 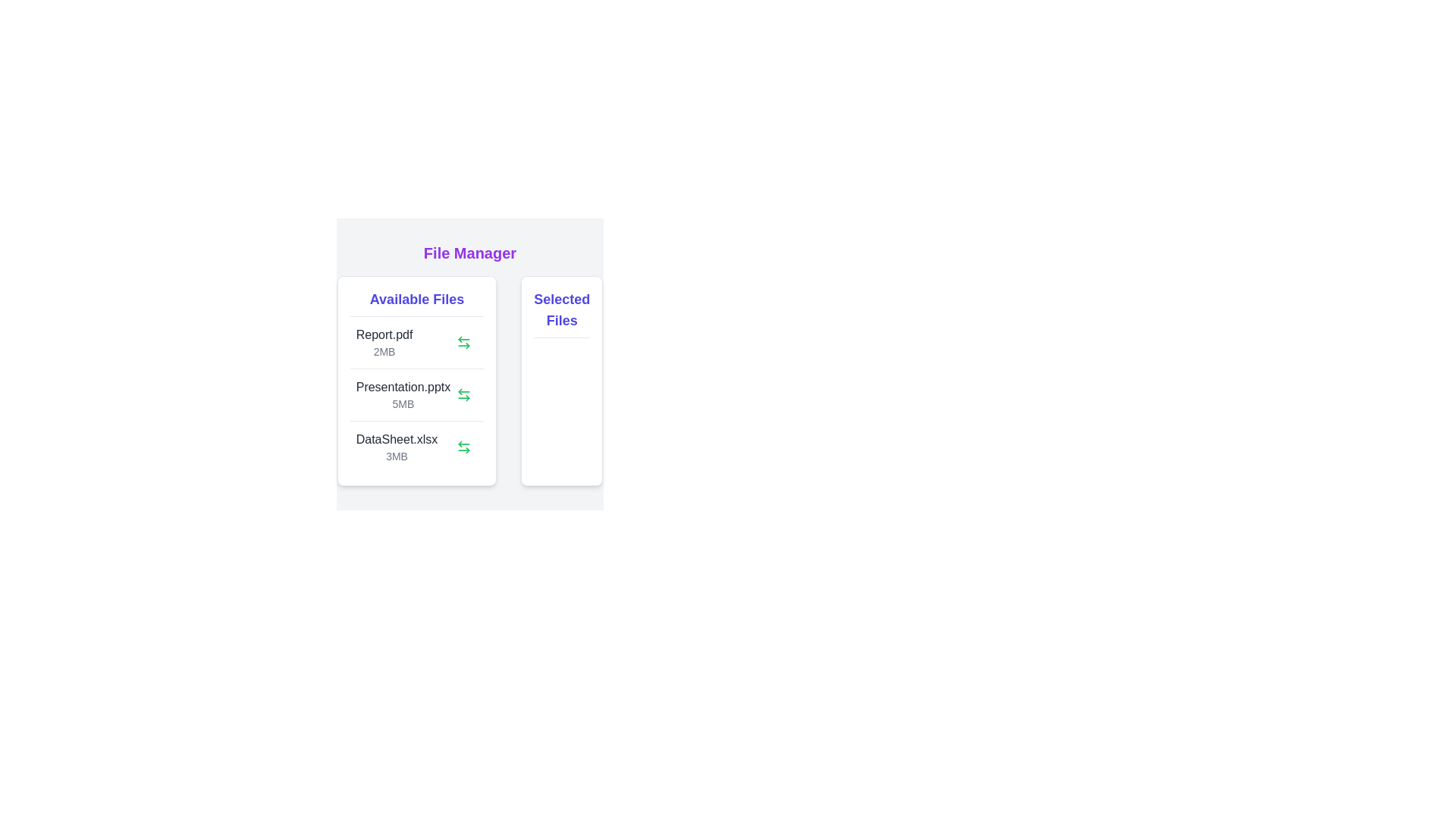 I want to click on the interactive icon located, so click(x=463, y=447).